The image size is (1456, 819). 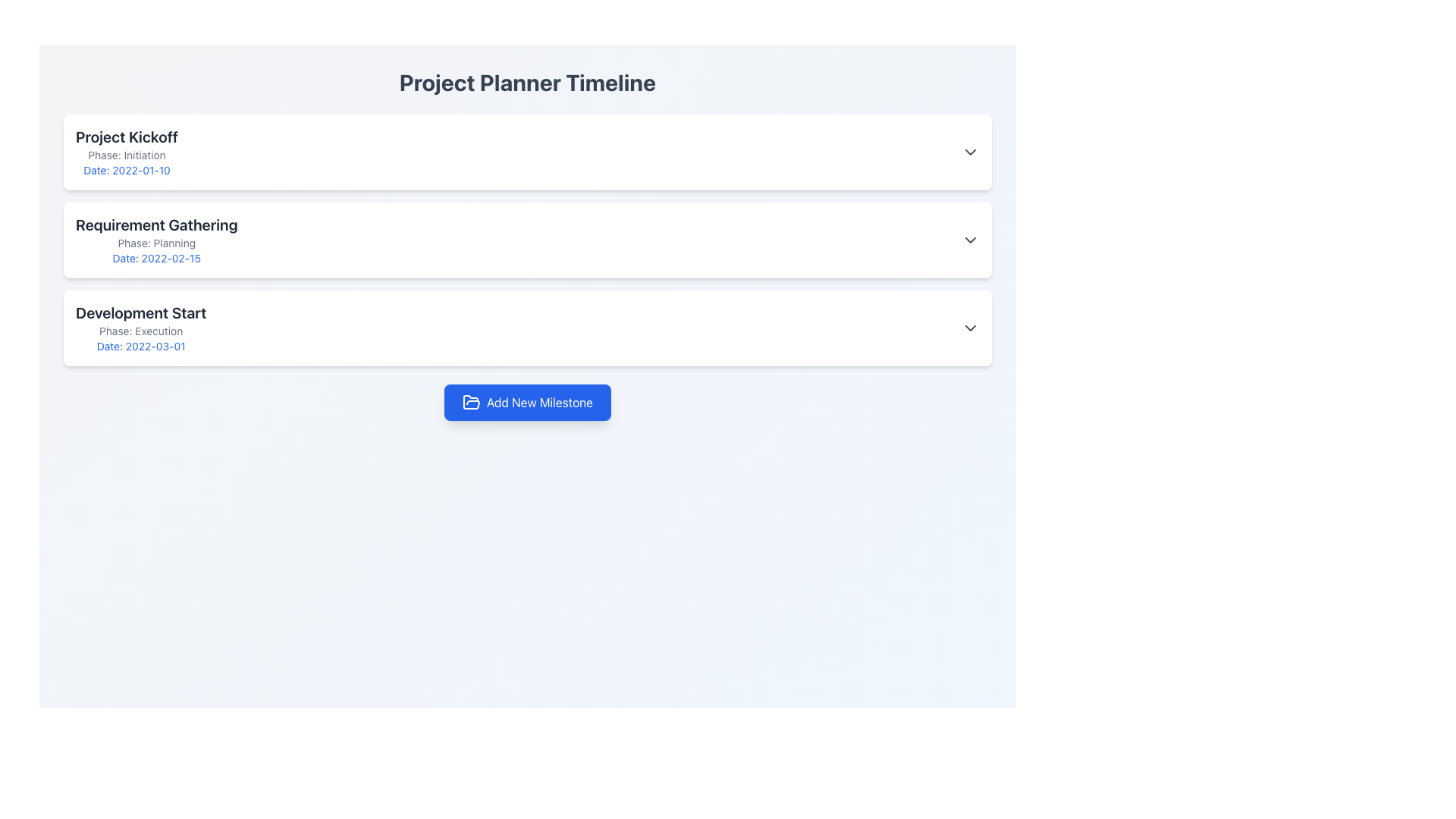 What do you see at coordinates (528, 327) in the screenshot?
I see `summary of the third milestone in the project timeline, located between 'Requirement Gathering' and 'Add New Milestone'` at bounding box center [528, 327].